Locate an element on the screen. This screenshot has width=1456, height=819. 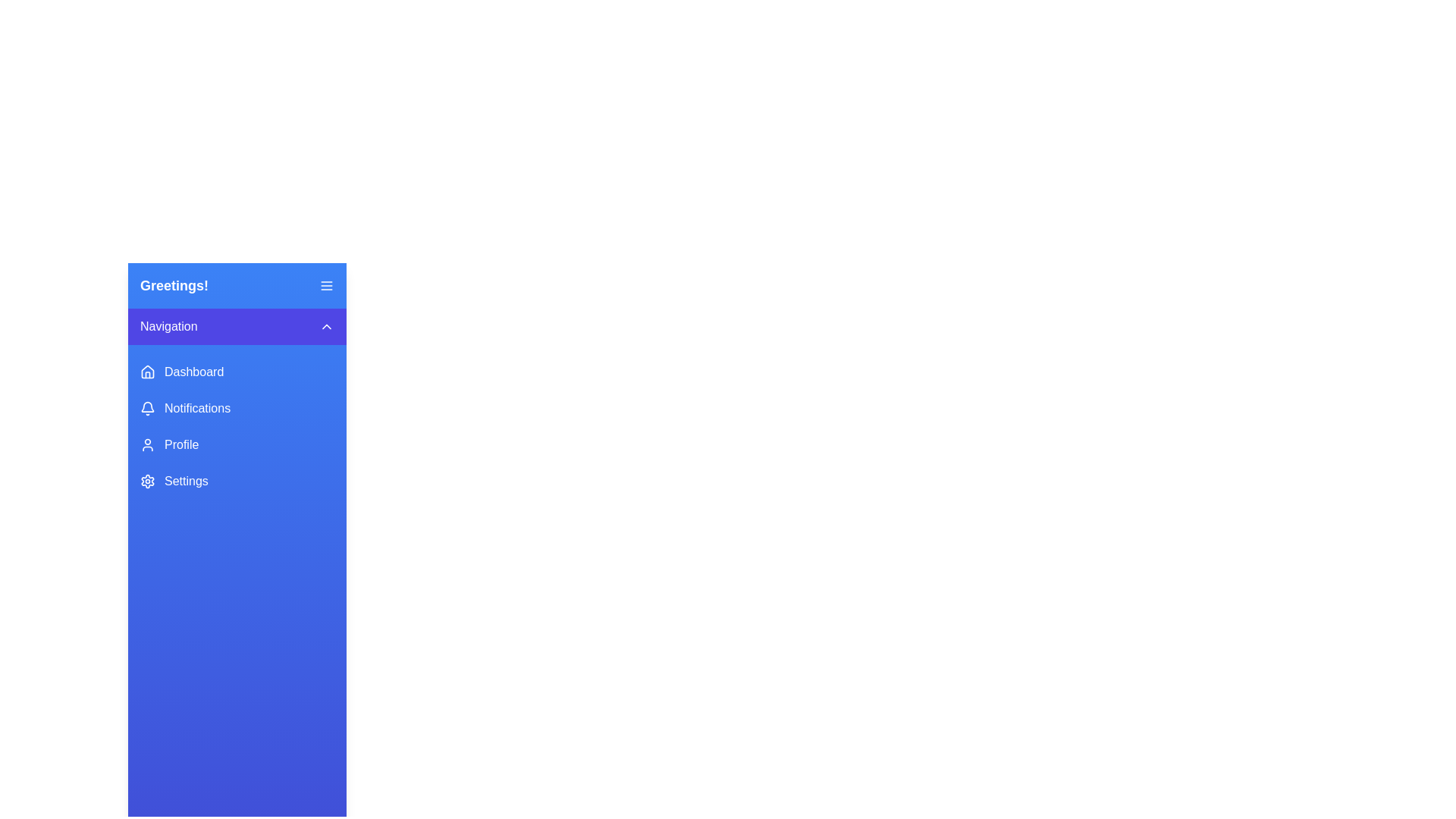
the 'Dashboard' label in the sidebar is located at coordinates (193, 372).